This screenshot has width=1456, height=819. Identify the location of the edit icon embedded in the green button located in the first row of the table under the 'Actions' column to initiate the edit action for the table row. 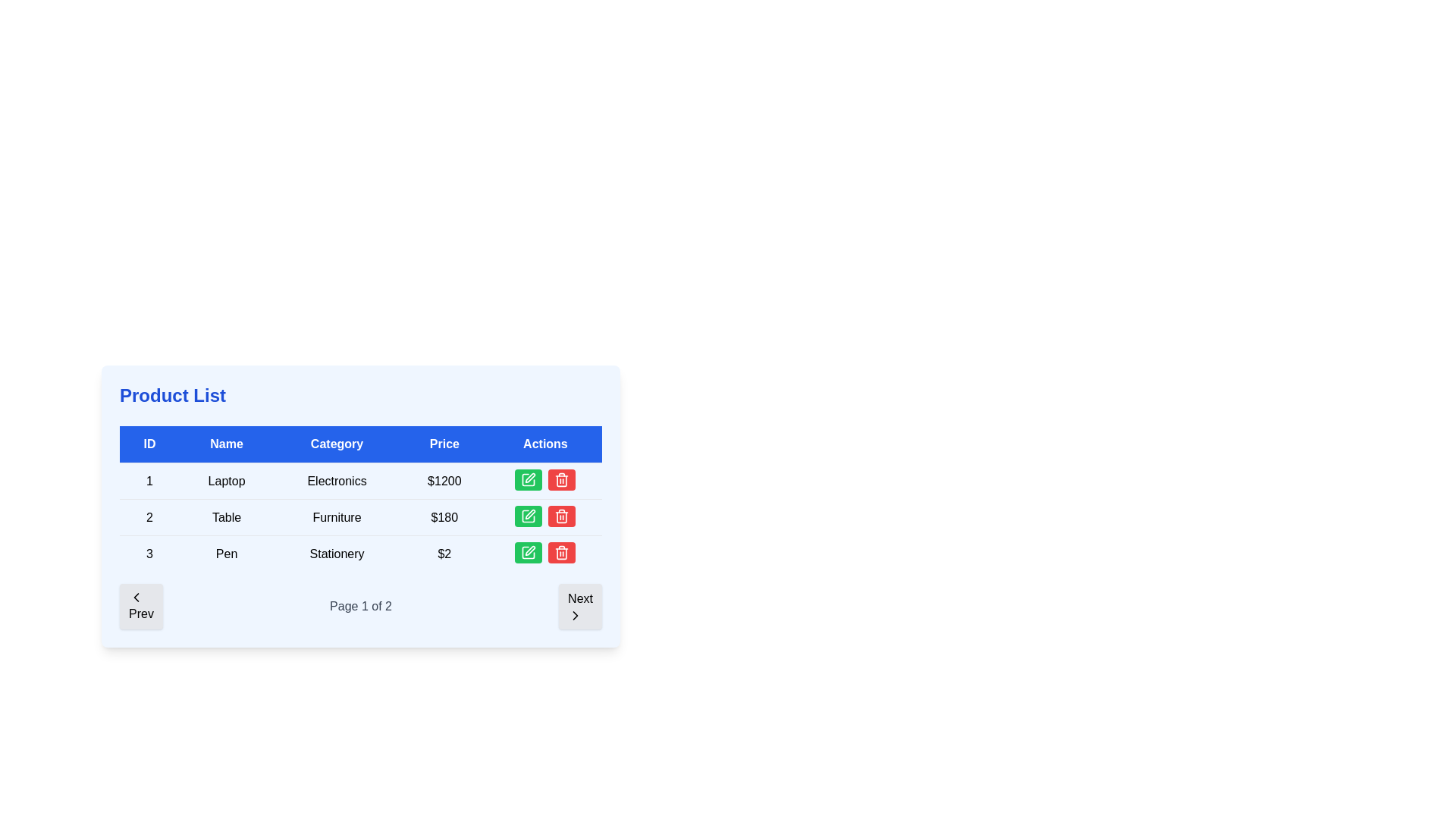
(529, 479).